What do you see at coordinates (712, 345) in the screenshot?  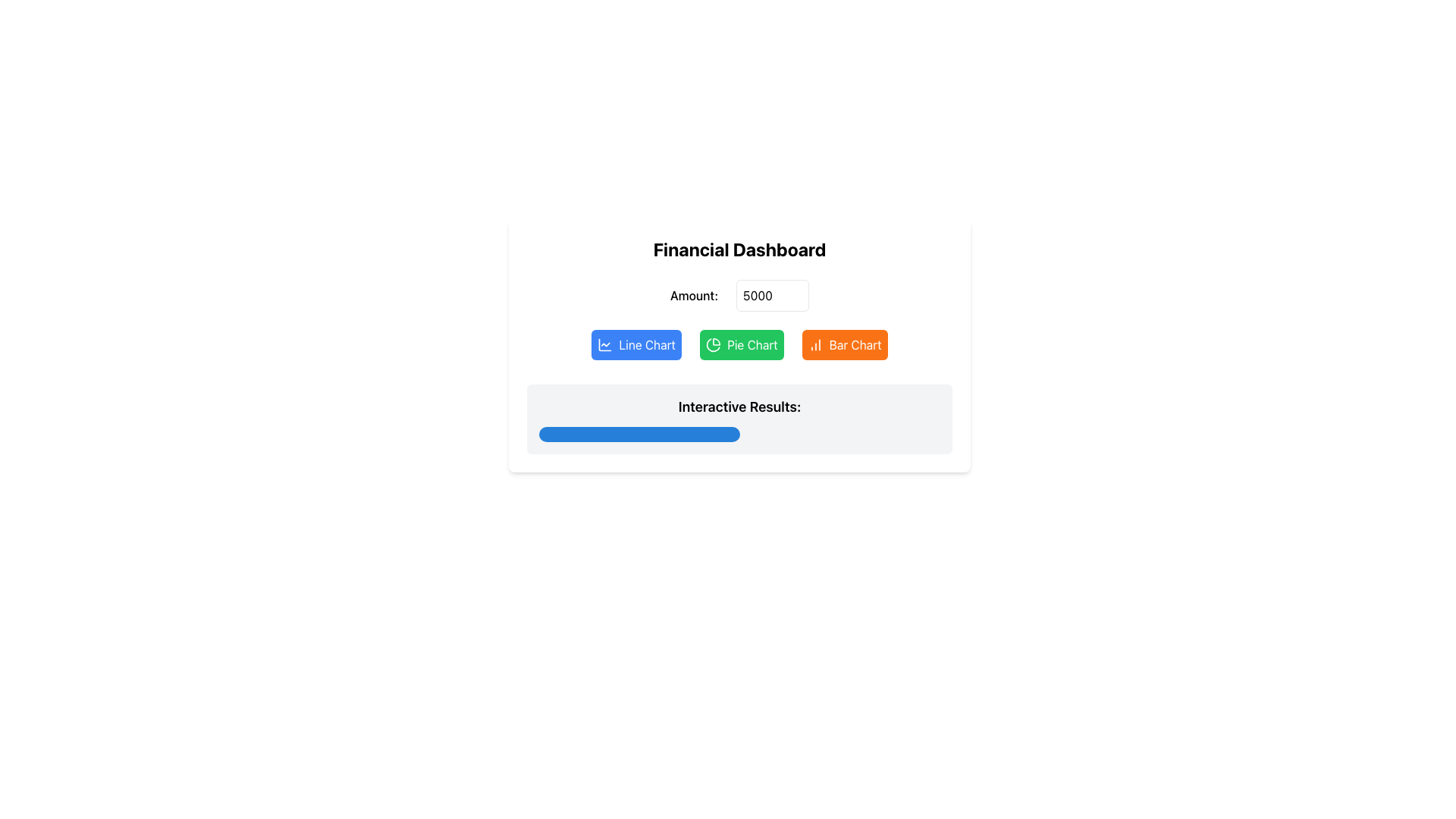 I see `the pie chart segment icon within the green 'Pie Chart' button, which is located between the blue 'Line Chart' button and the orange 'Bar Chart' button` at bounding box center [712, 345].